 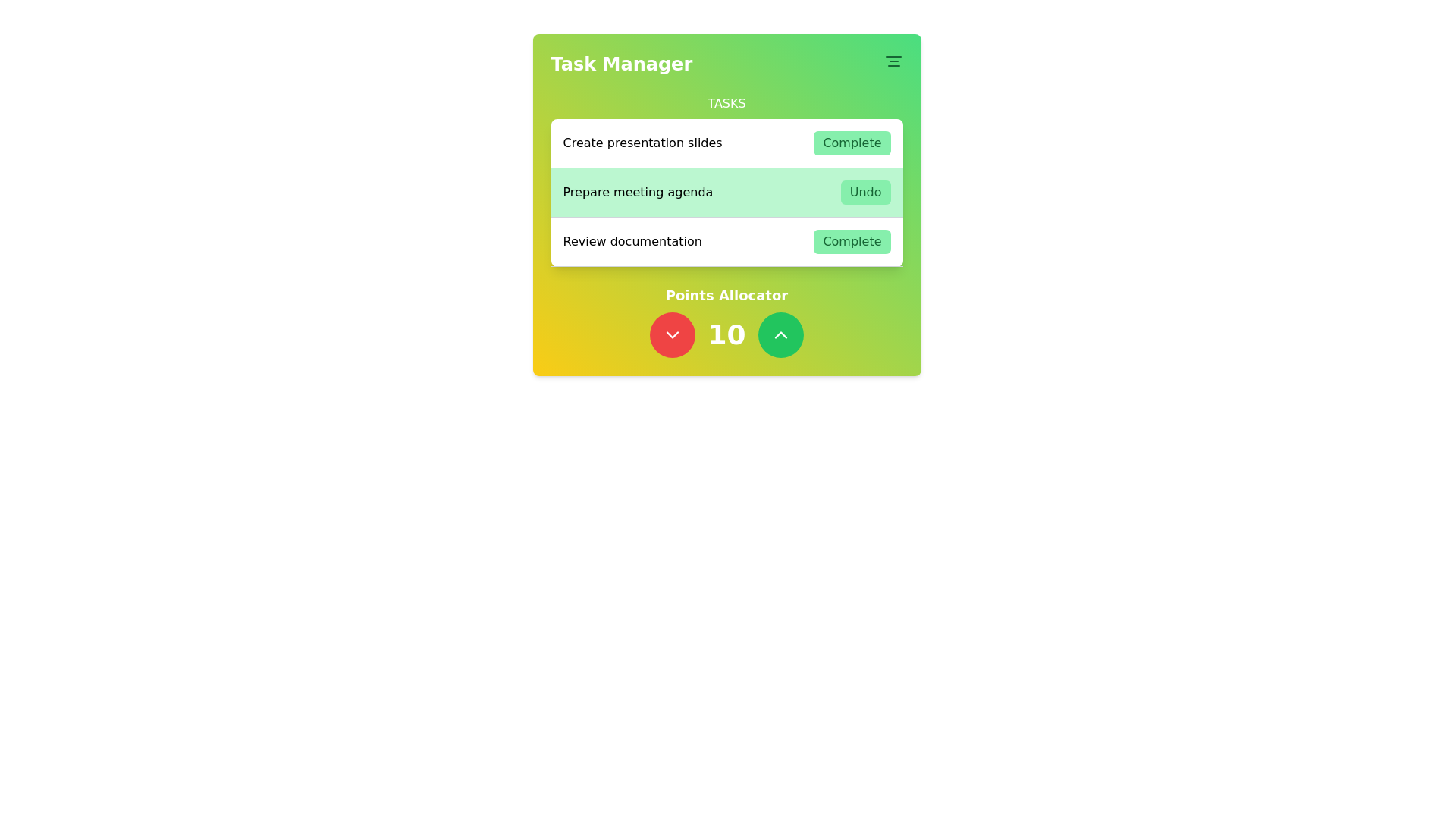 I want to click on the 'Undo' button, so click(x=865, y=192).